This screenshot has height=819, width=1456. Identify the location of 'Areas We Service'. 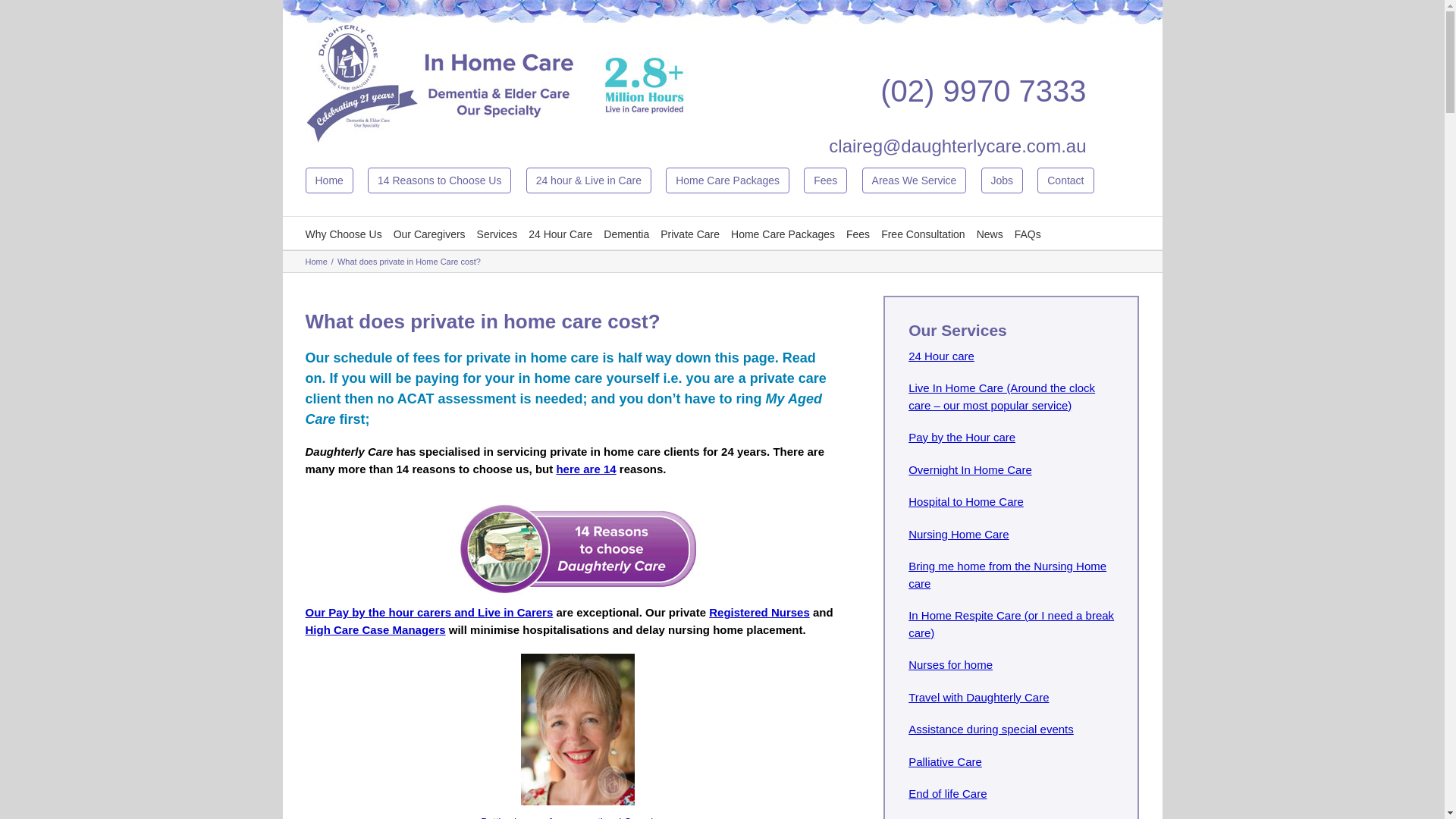
(913, 180).